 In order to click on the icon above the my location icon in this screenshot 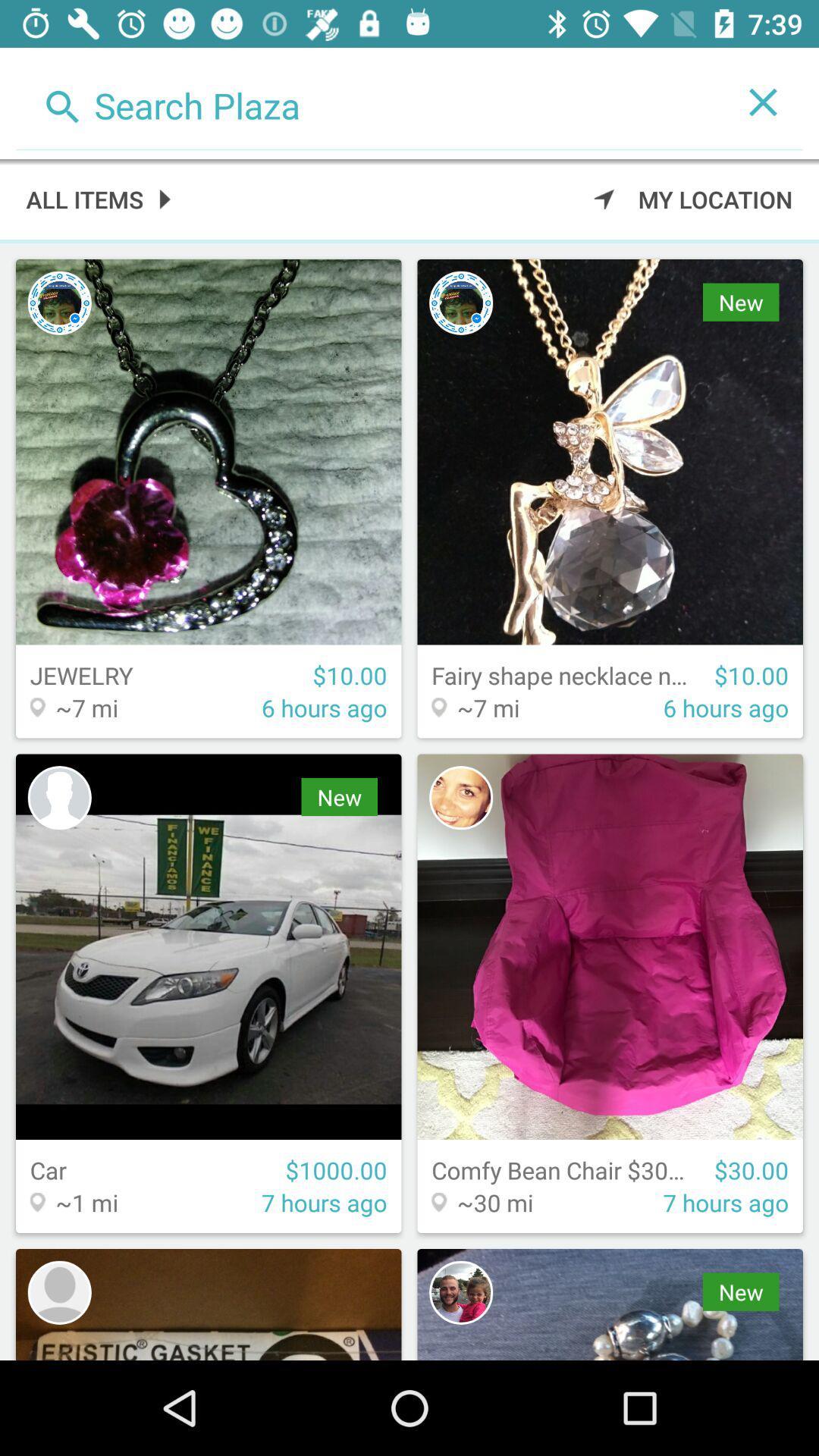, I will do `click(369, 101)`.